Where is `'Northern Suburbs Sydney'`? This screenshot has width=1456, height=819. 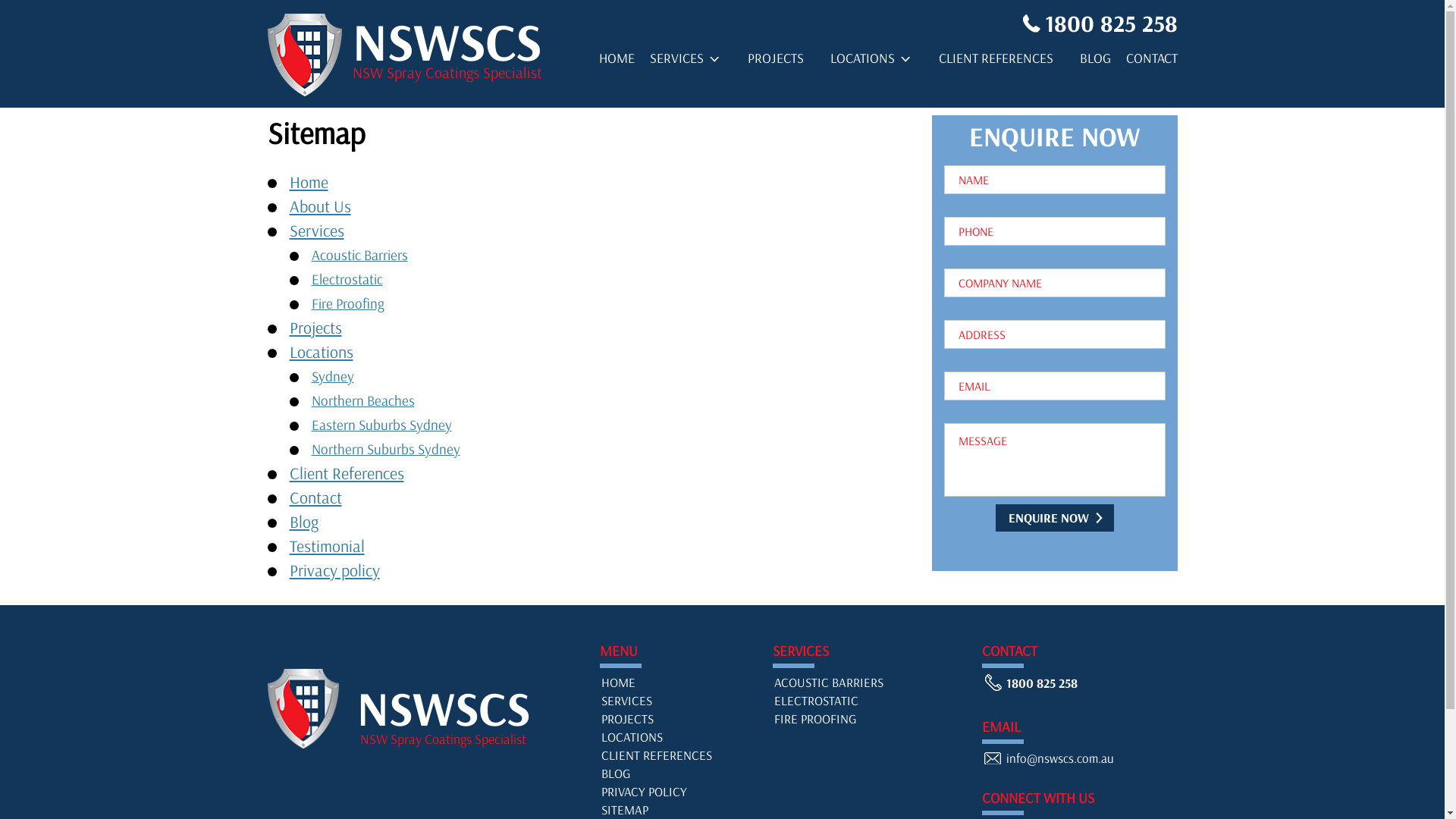 'Northern Suburbs Sydney' is located at coordinates (394, 447).